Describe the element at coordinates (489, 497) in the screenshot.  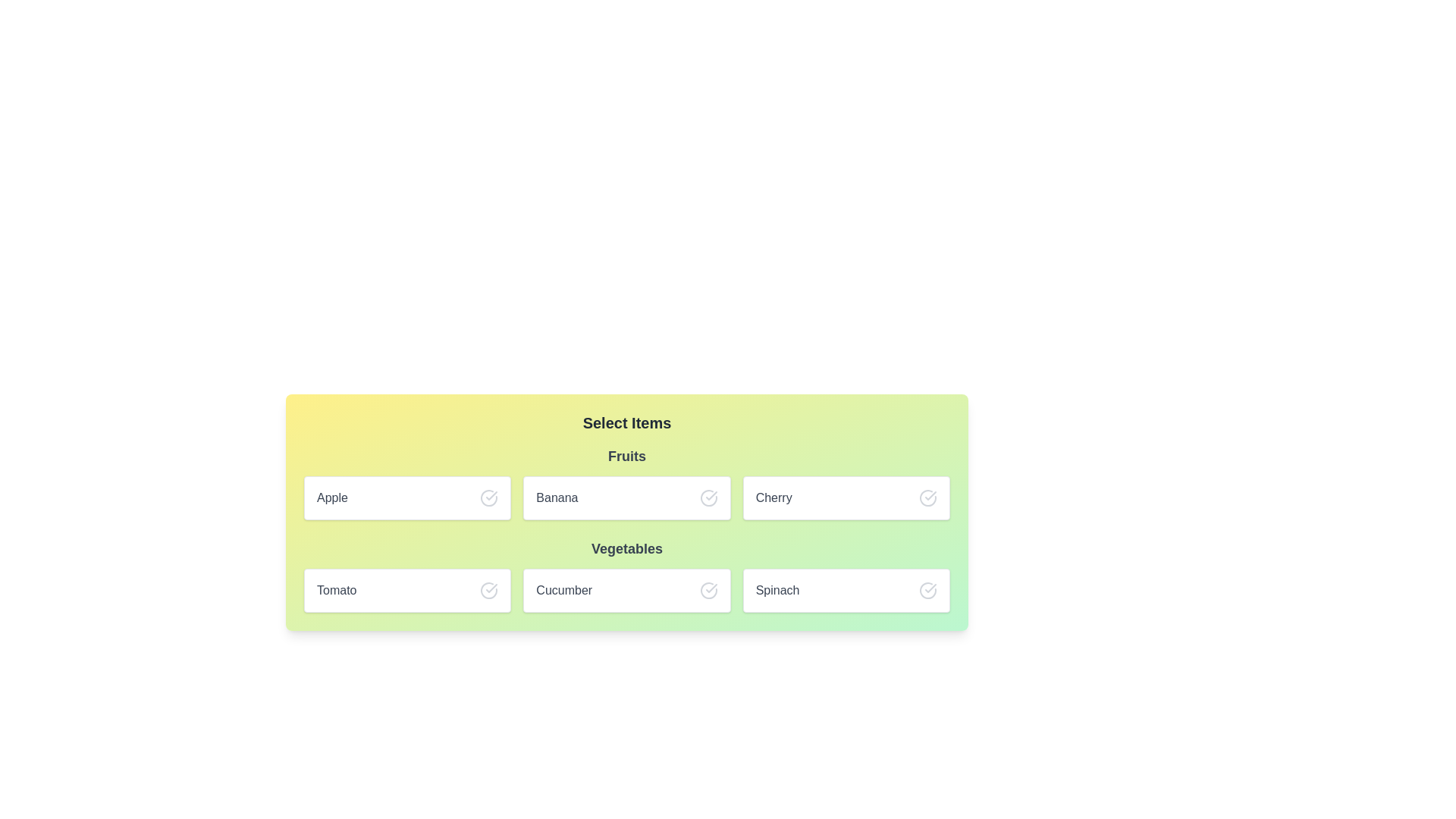
I see `the gray circle checkmark icon located to the right of the 'Apple' label in the top-left box of the 'Fruits' section within the 'Select Items' list interface` at that location.